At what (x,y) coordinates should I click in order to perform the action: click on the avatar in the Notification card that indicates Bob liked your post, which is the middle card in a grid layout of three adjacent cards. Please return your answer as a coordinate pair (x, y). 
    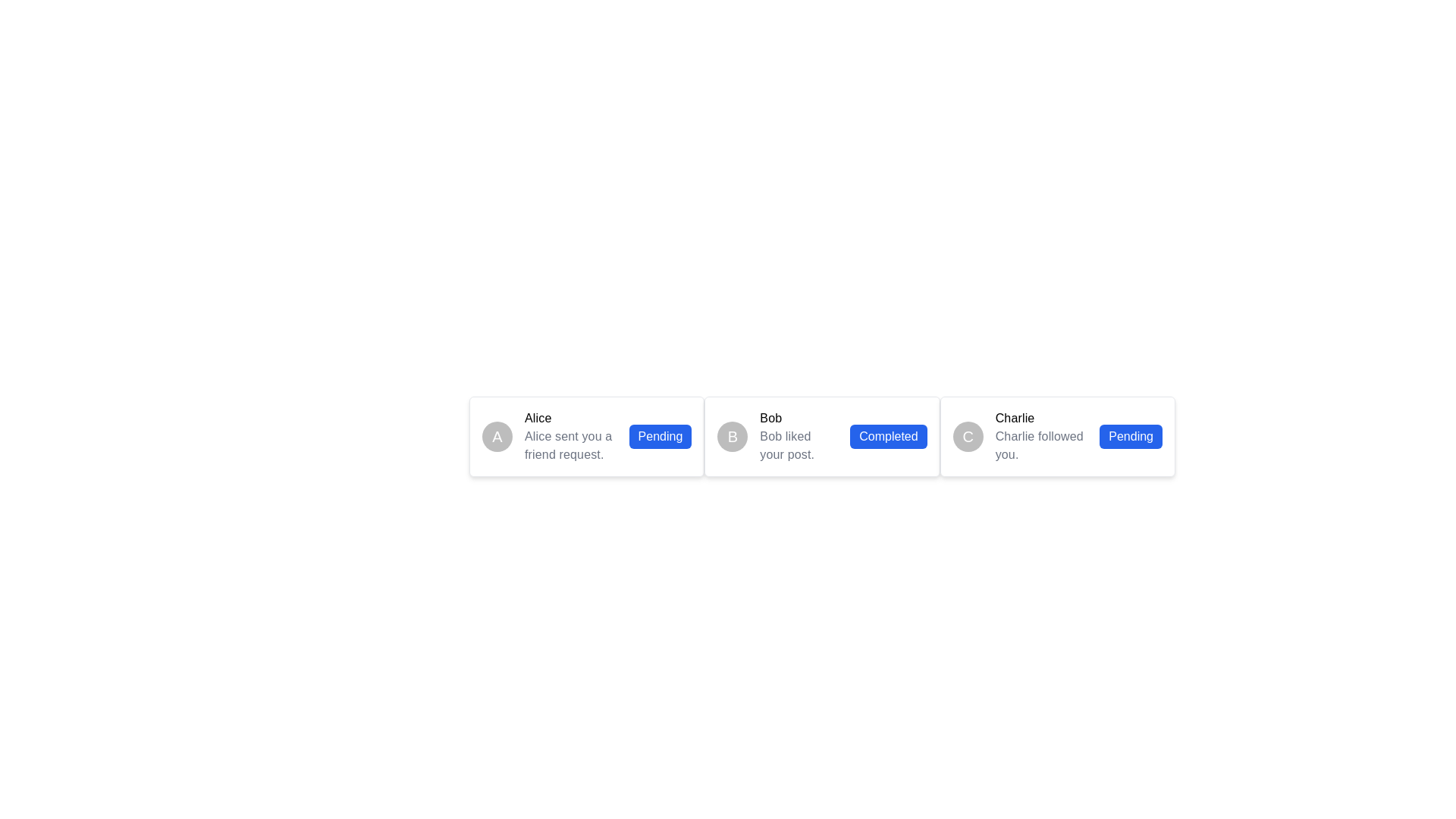
    Looking at the image, I should click on (821, 436).